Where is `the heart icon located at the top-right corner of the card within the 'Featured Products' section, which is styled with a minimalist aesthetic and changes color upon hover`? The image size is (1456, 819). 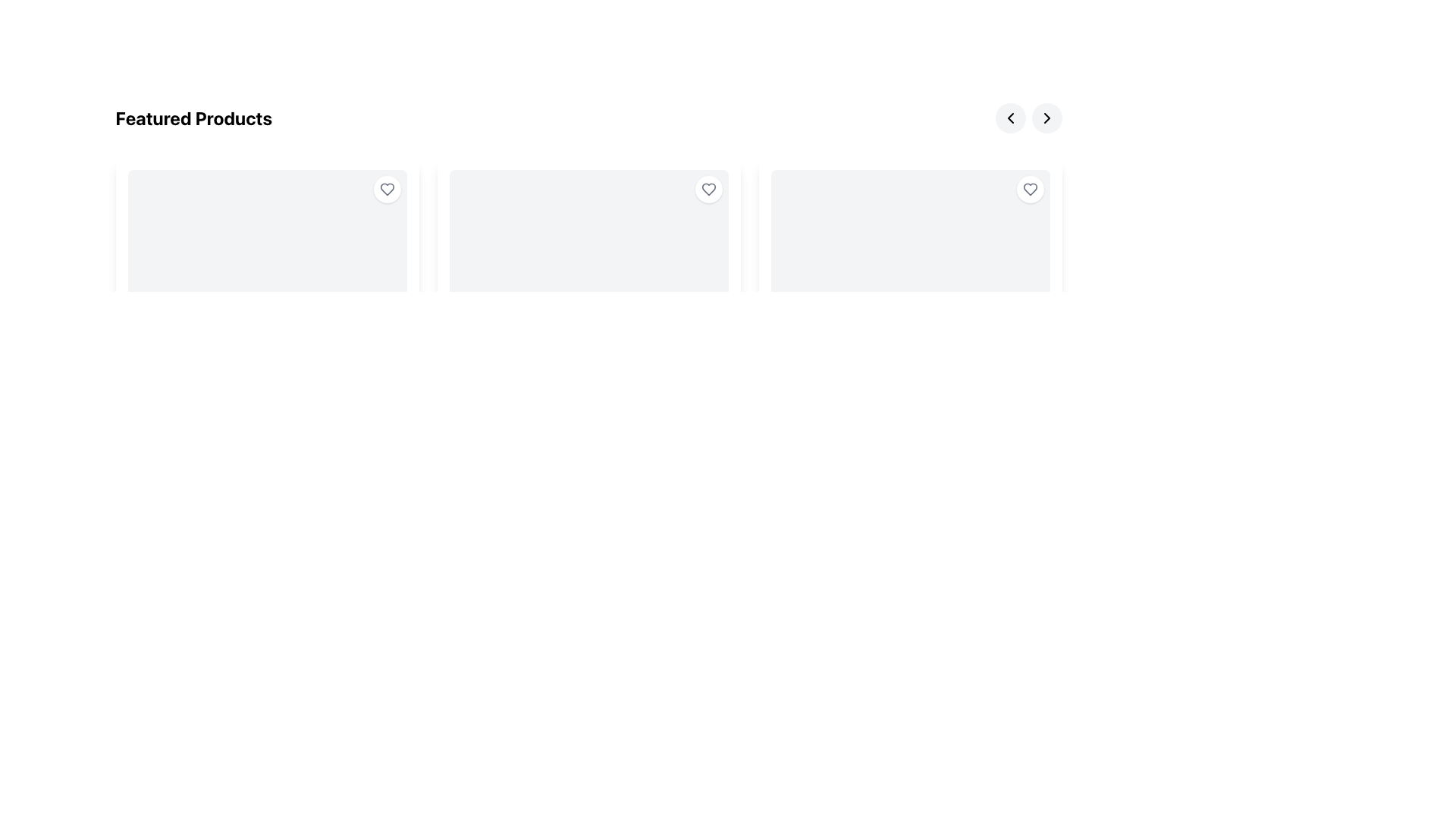
the heart icon located at the top-right corner of the card within the 'Featured Products' section, which is styled with a minimalist aesthetic and changes color upon hover is located at coordinates (708, 189).